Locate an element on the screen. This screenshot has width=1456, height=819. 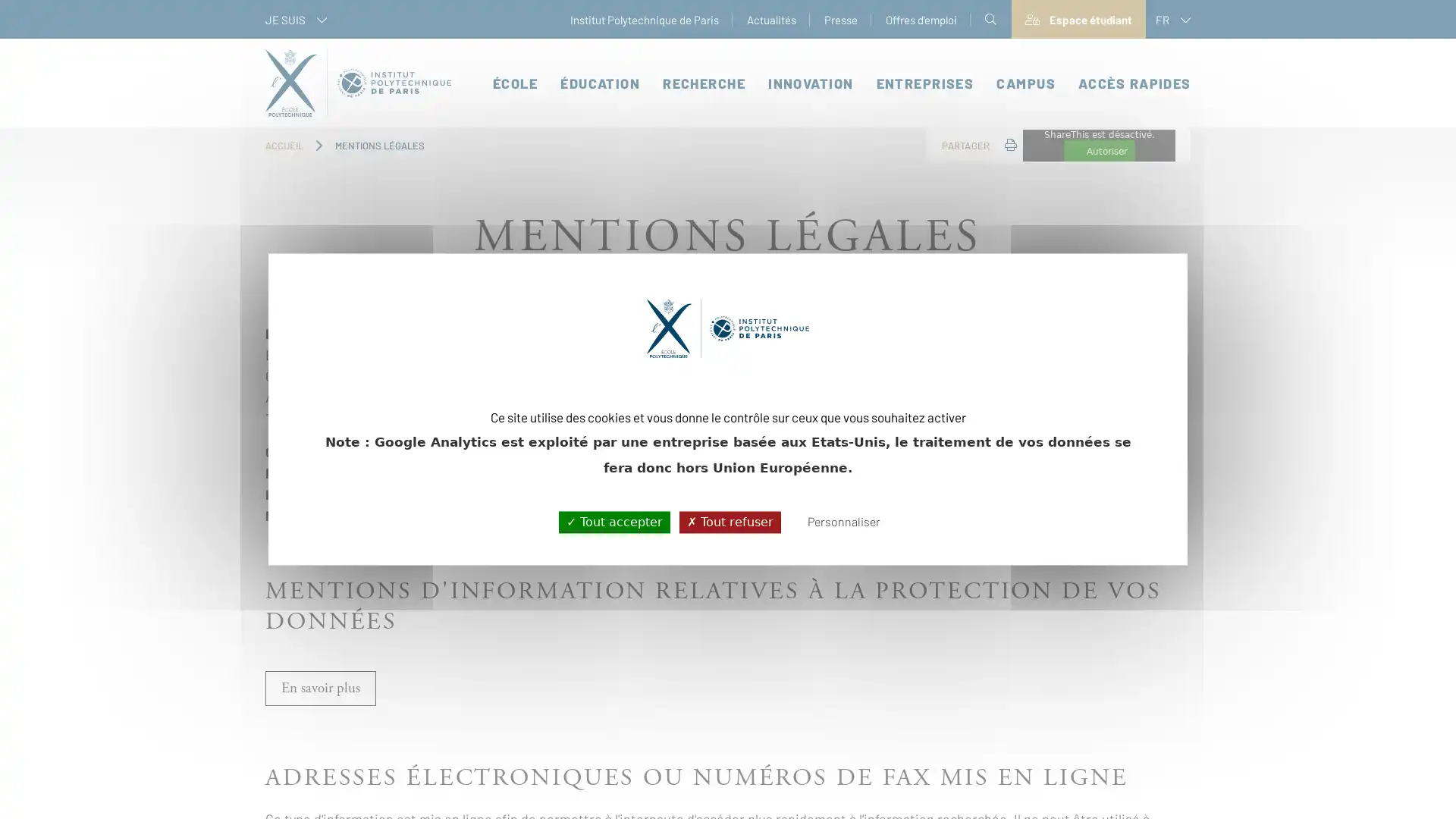
Personnaliser (fenetre modale) is located at coordinates (843, 522).